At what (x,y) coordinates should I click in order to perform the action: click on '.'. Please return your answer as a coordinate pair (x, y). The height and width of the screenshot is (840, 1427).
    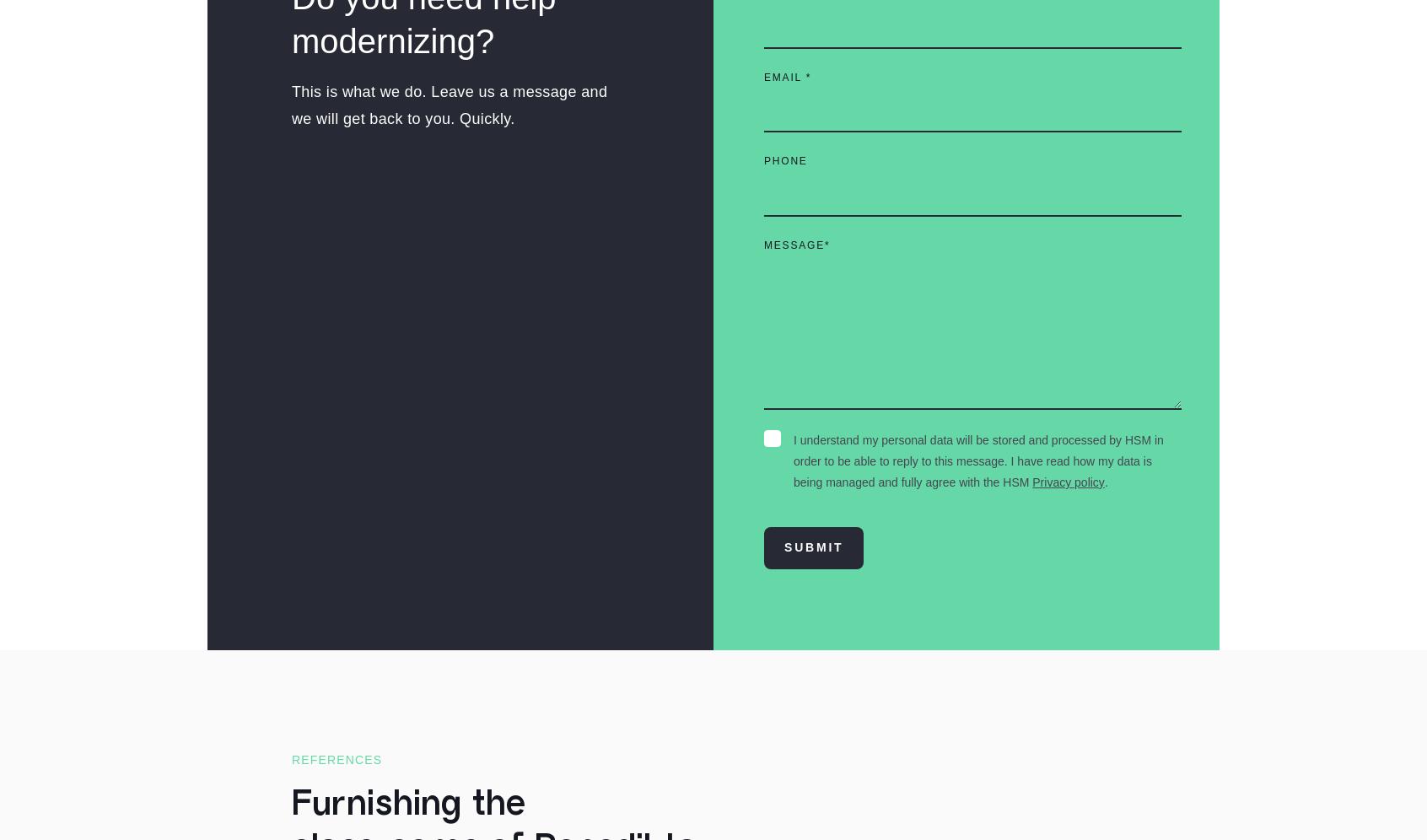
    Looking at the image, I should click on (1104, 481).